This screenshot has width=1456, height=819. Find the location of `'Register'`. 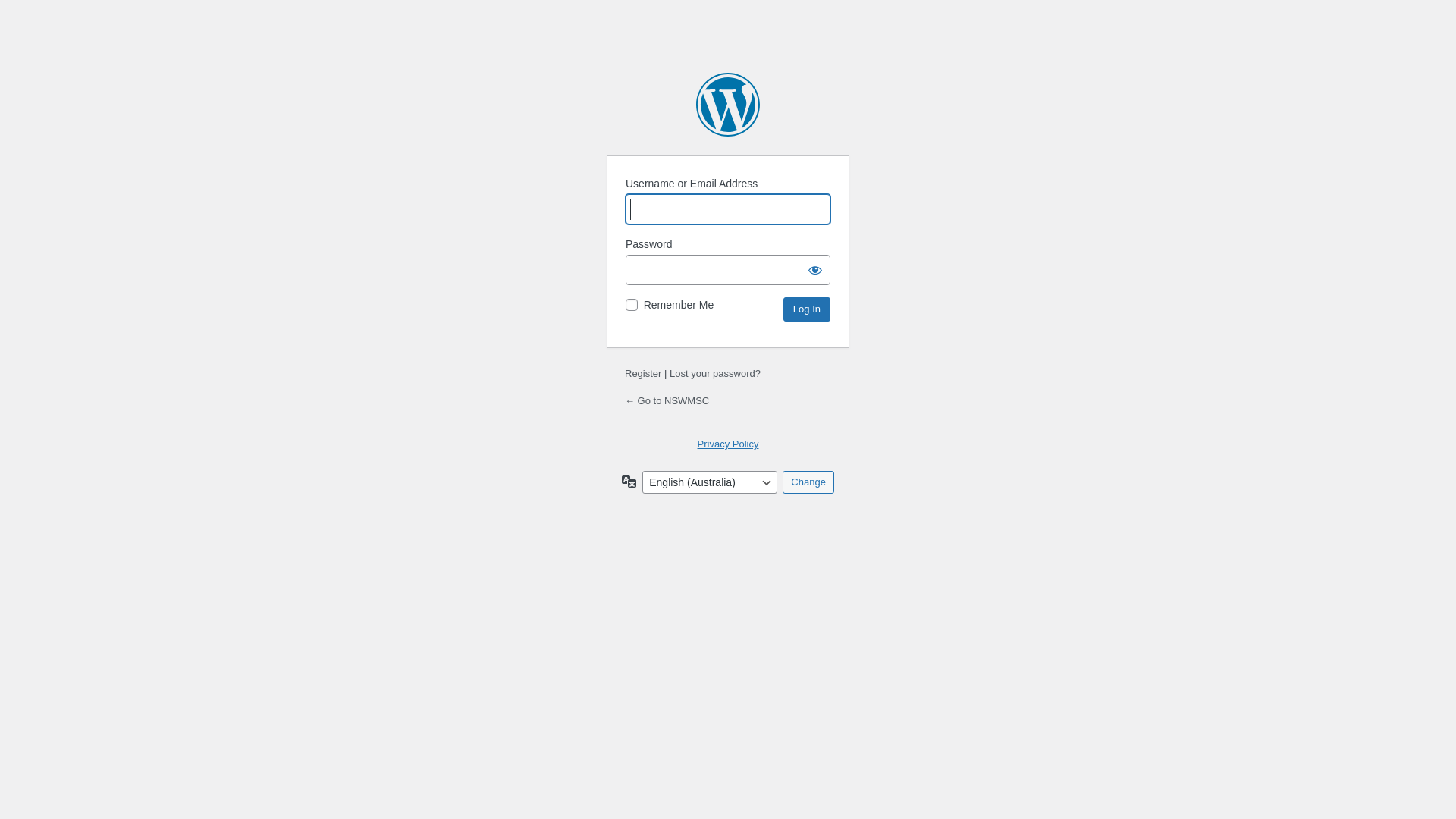

'Register' is located at coordinates (643, 373).